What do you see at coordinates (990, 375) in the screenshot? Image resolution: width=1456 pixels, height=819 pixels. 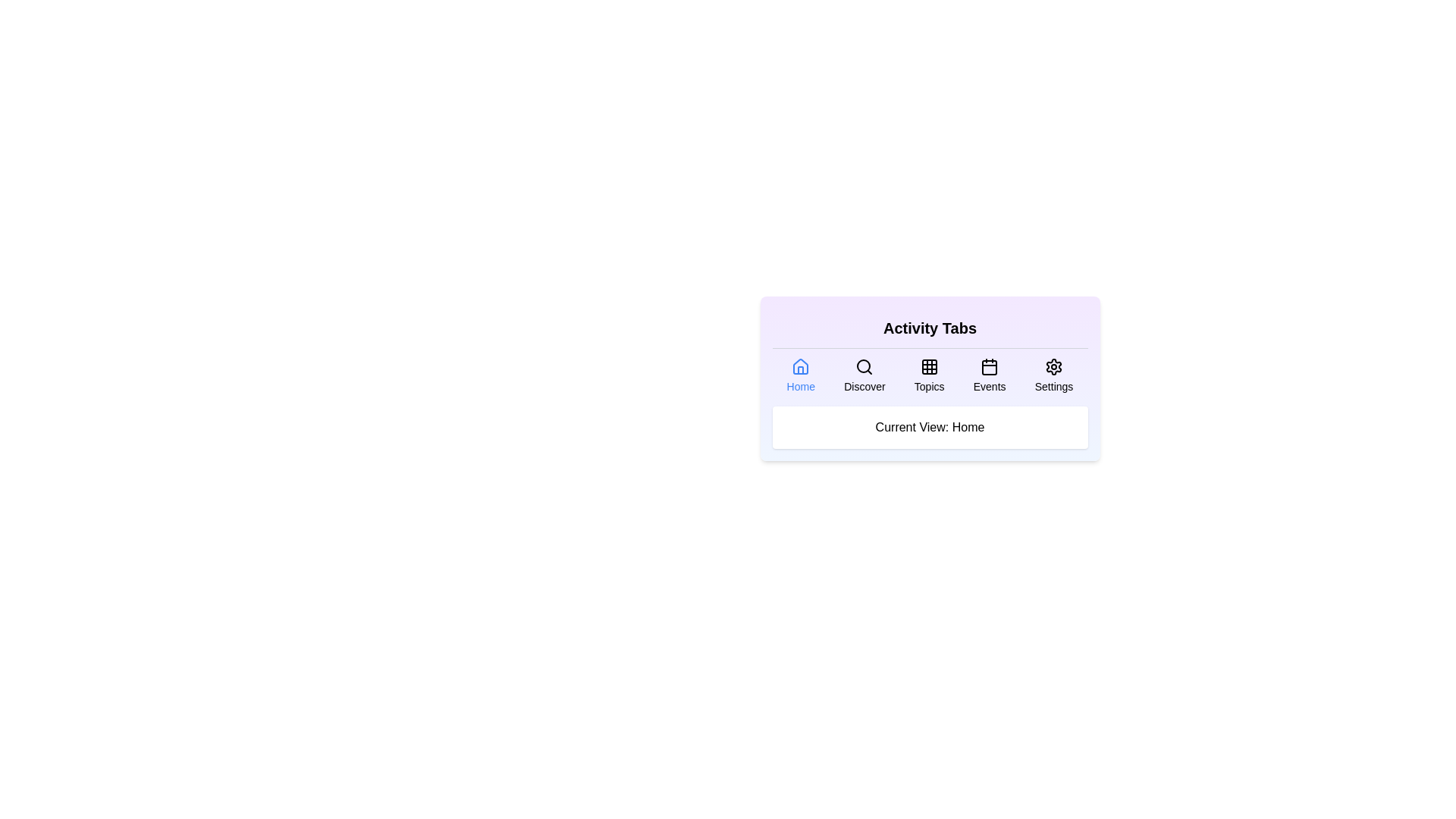 I see `the tab icon corresponding to Events` at bounding box center [990, 375].